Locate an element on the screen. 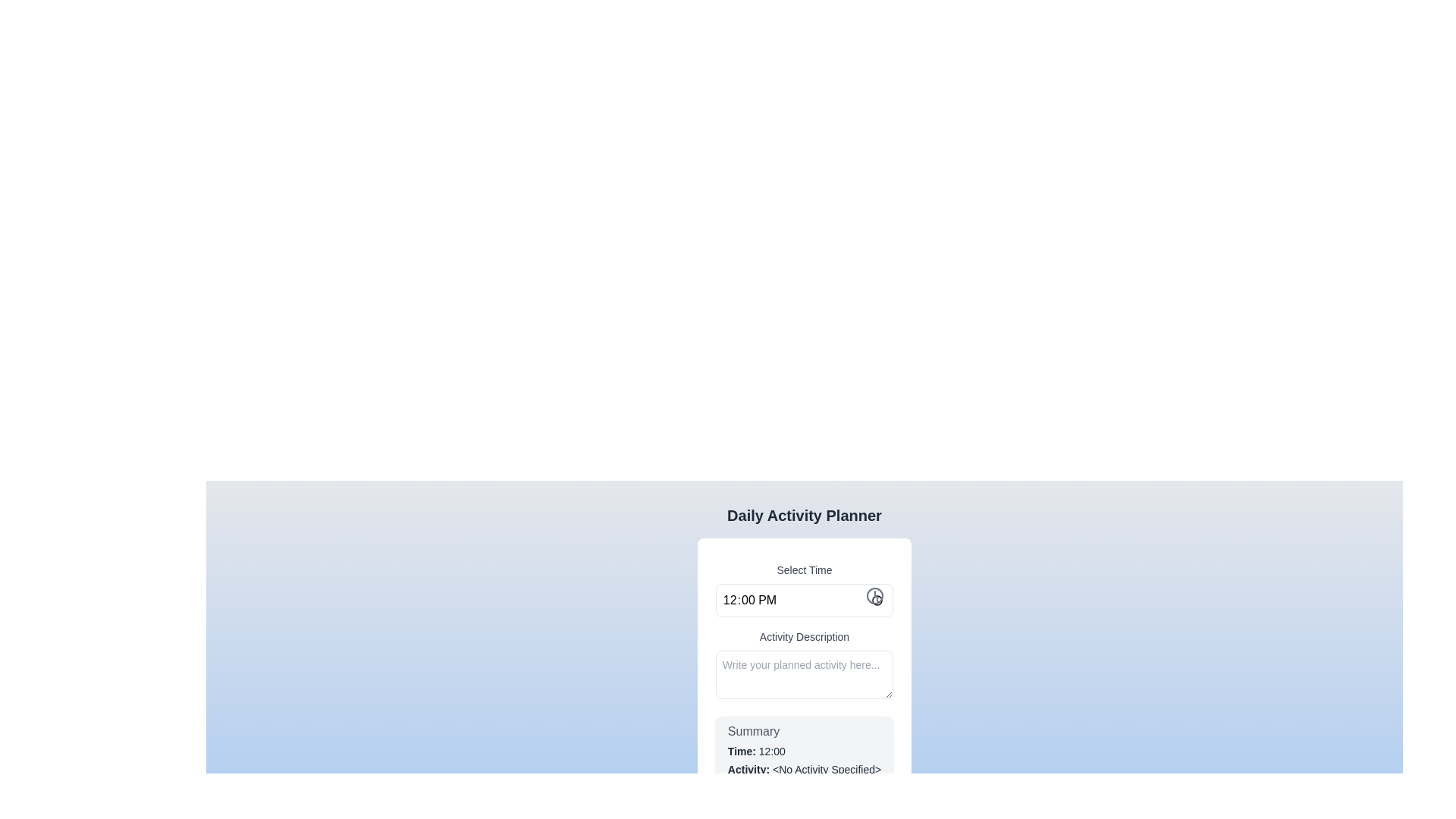 Image resolution: width=1456 pixels, height=819 pixels. the circular clock icon located at the top-right corner of the time selection box is located at coordinates (875, 595).